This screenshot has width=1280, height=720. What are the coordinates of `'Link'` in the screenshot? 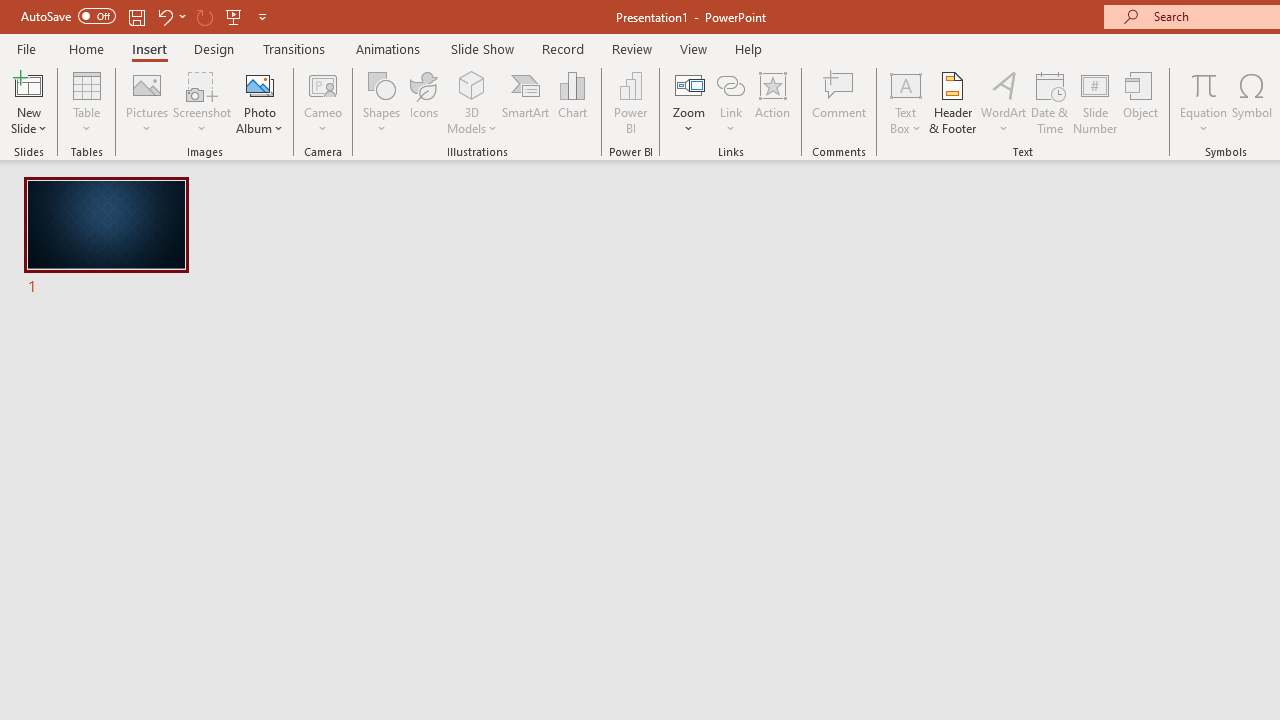 It's located at (730, 103).